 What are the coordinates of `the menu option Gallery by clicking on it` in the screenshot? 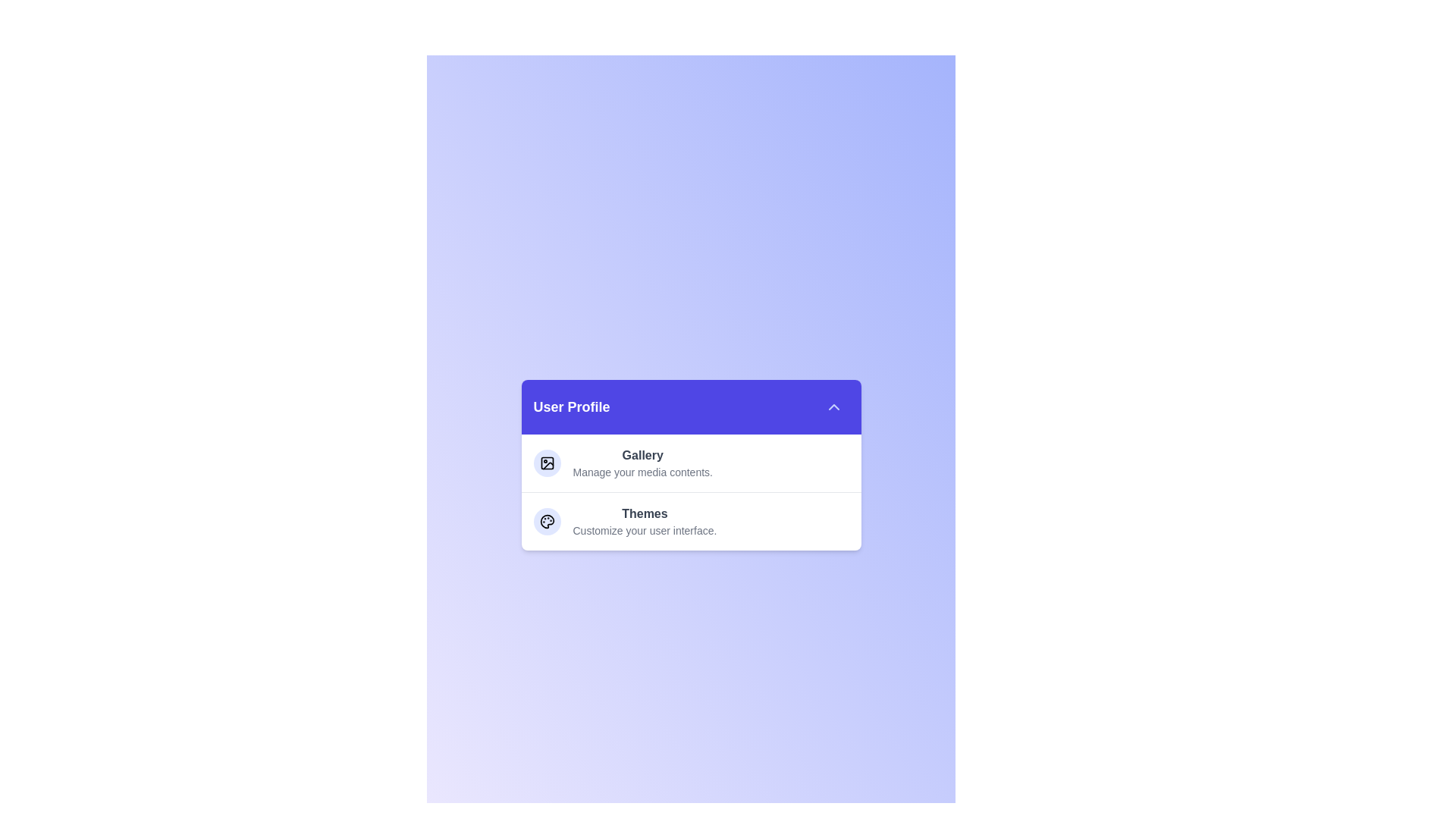 It's located at (642, 462).